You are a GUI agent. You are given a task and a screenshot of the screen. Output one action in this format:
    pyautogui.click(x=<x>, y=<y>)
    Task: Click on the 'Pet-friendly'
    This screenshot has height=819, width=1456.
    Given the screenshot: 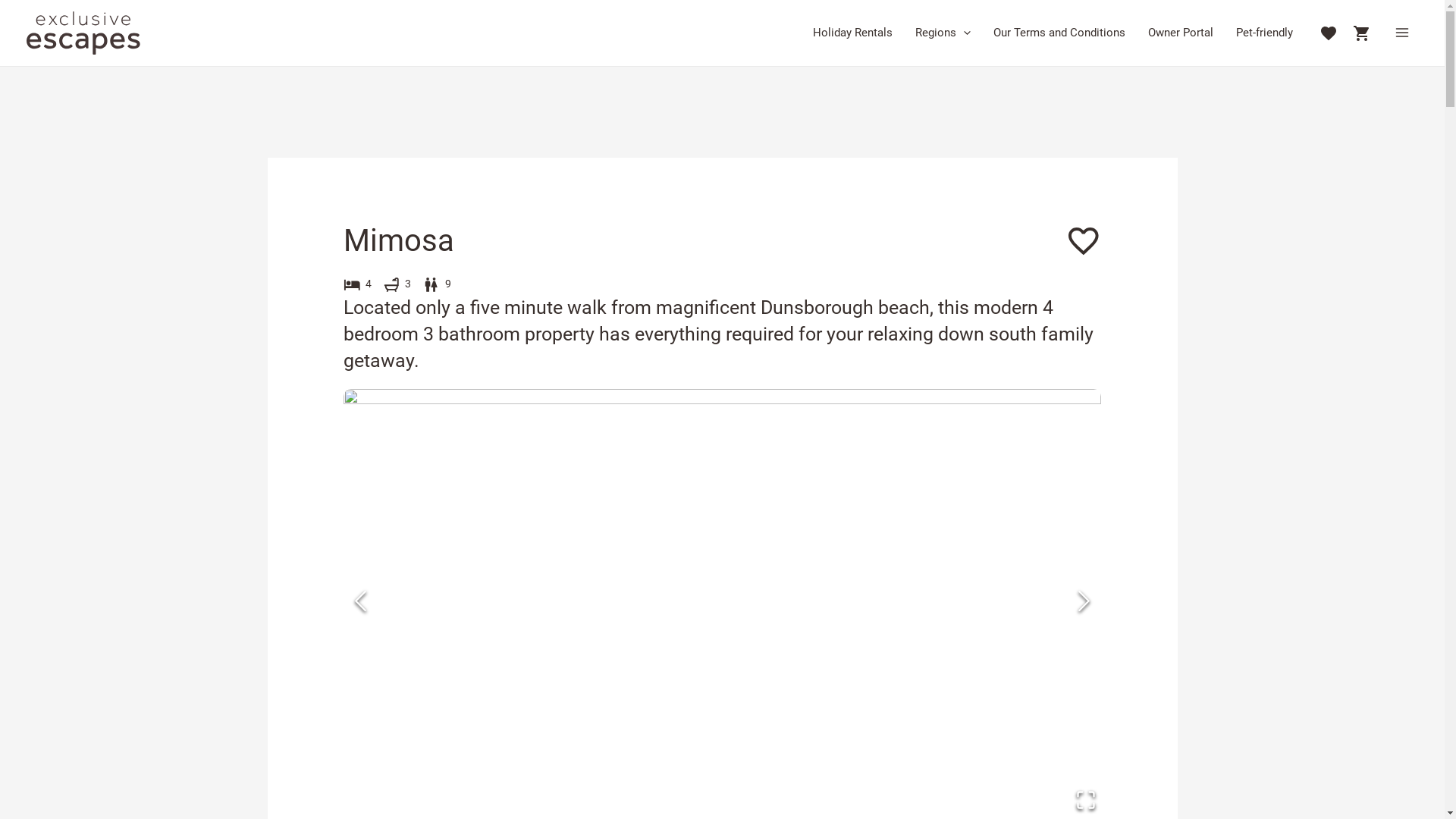 What is the action you would take?
    pyautogui.click(x=1263, y=32)
    